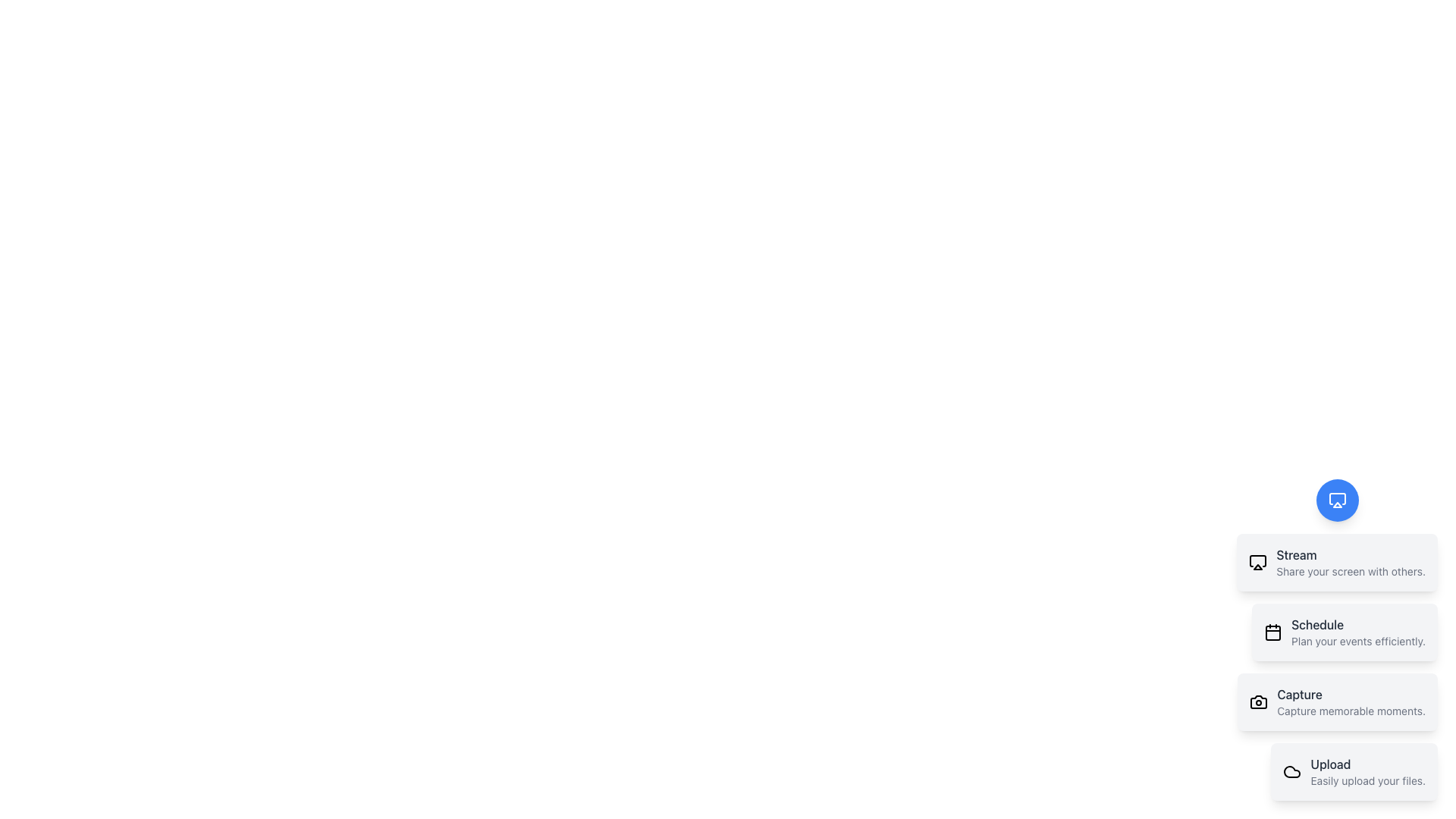 This screenshot has height=819, width=1456. What do you see at coordinates (1259, 701) in the screenshot?
I see `the 'Capture' icon, which represents the functionality of capturing or taking photos, located within the third card on the right-hand side of the interface` at bounding box center [1259, 701].